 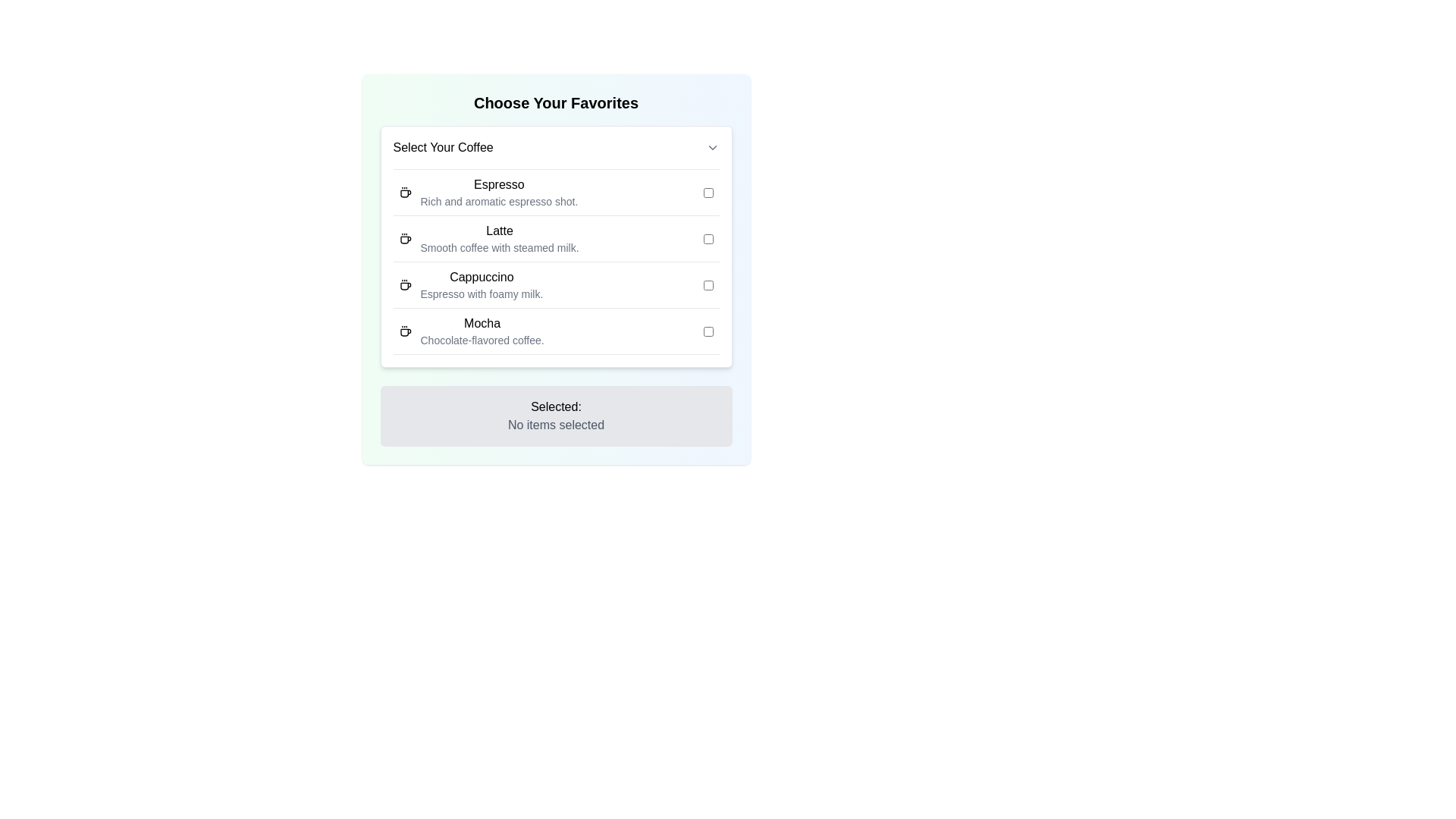 What do you see at coordinates (708, 330) in the screenshot?
I see `the checkbox` at bounding box center [708, 330].